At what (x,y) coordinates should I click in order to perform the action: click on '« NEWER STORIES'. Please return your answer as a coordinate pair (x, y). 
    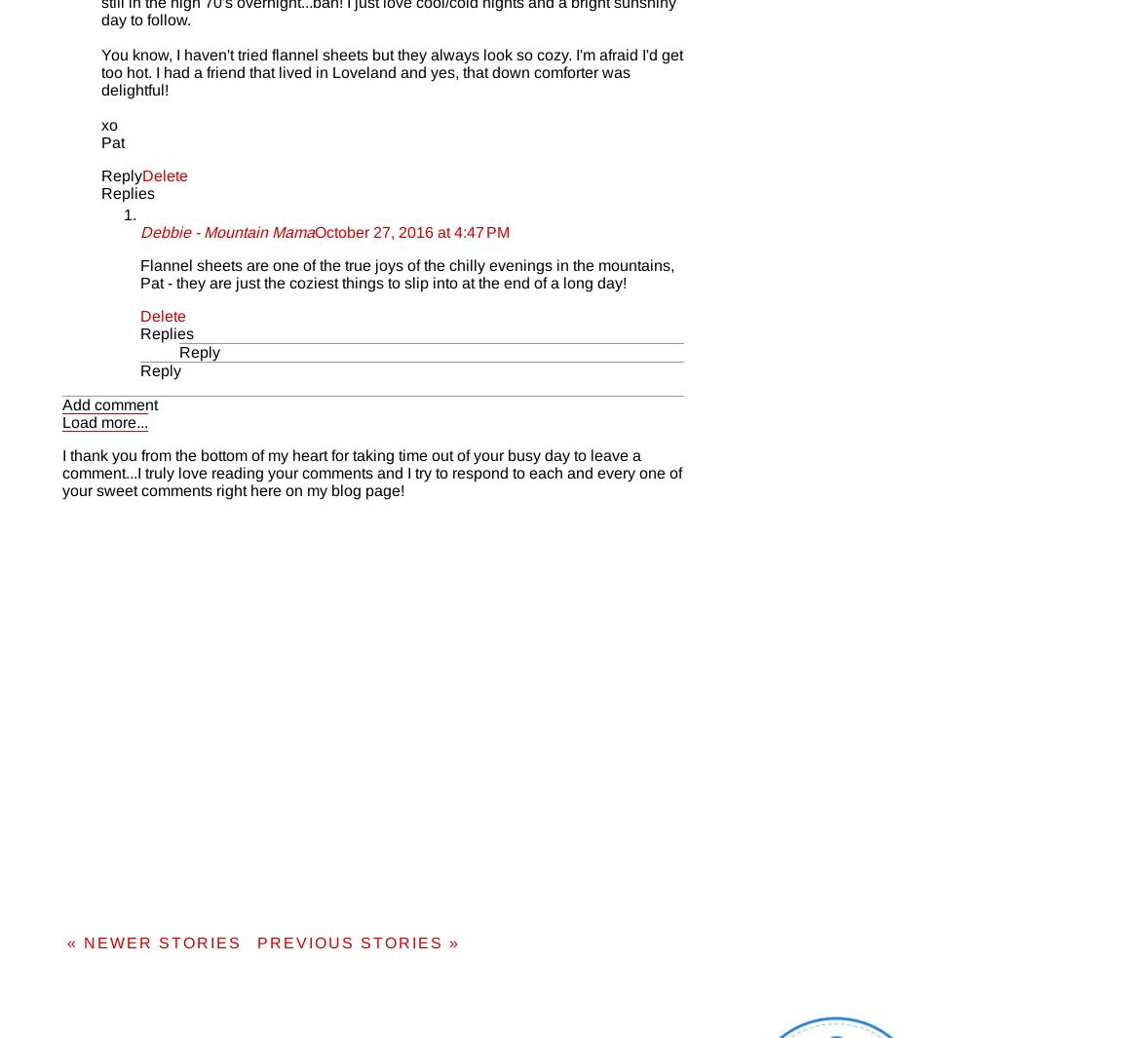
    Looking at the image, I should click on (156, 942).